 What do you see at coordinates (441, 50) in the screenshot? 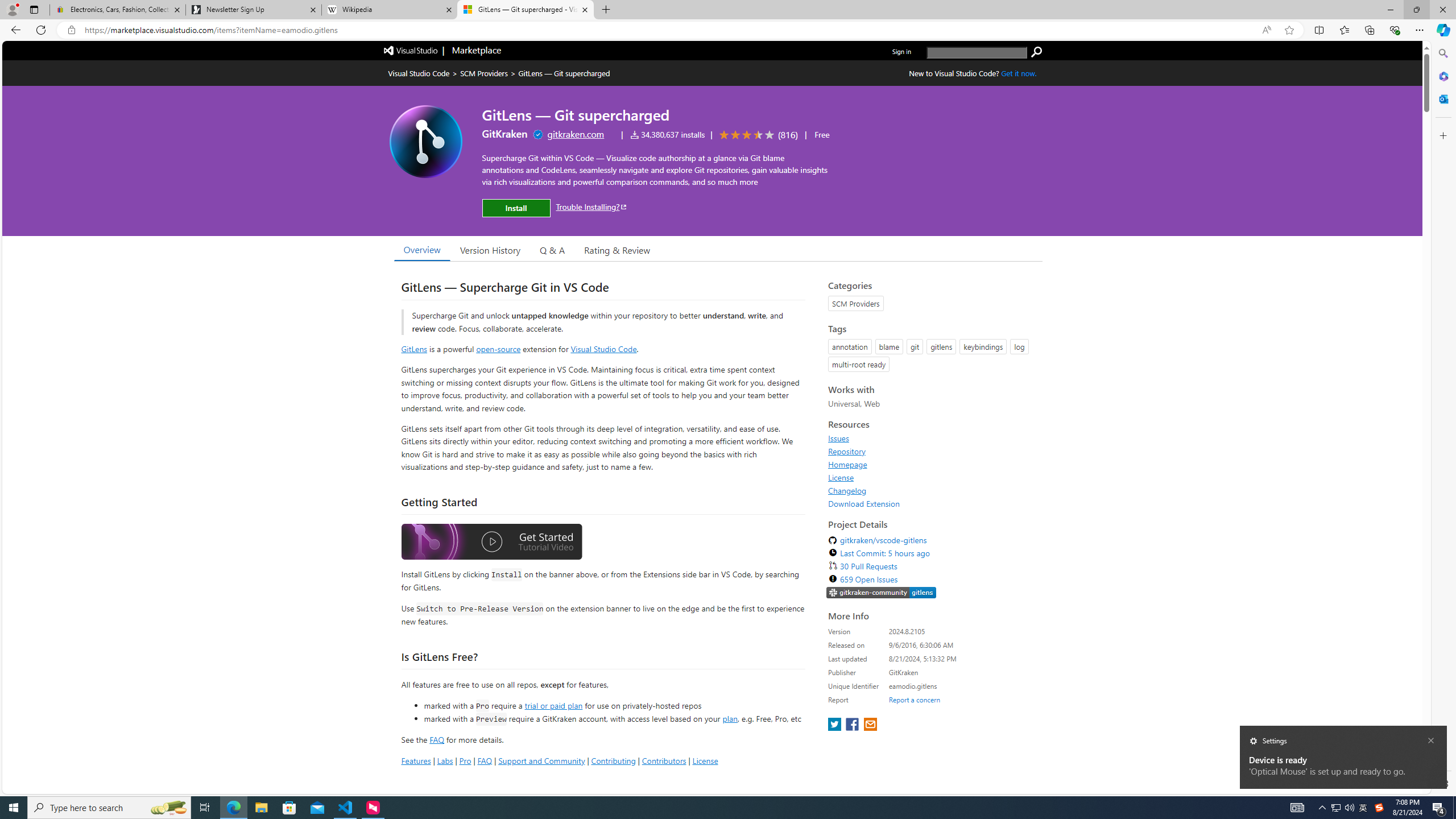
I see `'Visual Studio logo Marketplace logo'` at bounding box center [441, 50].